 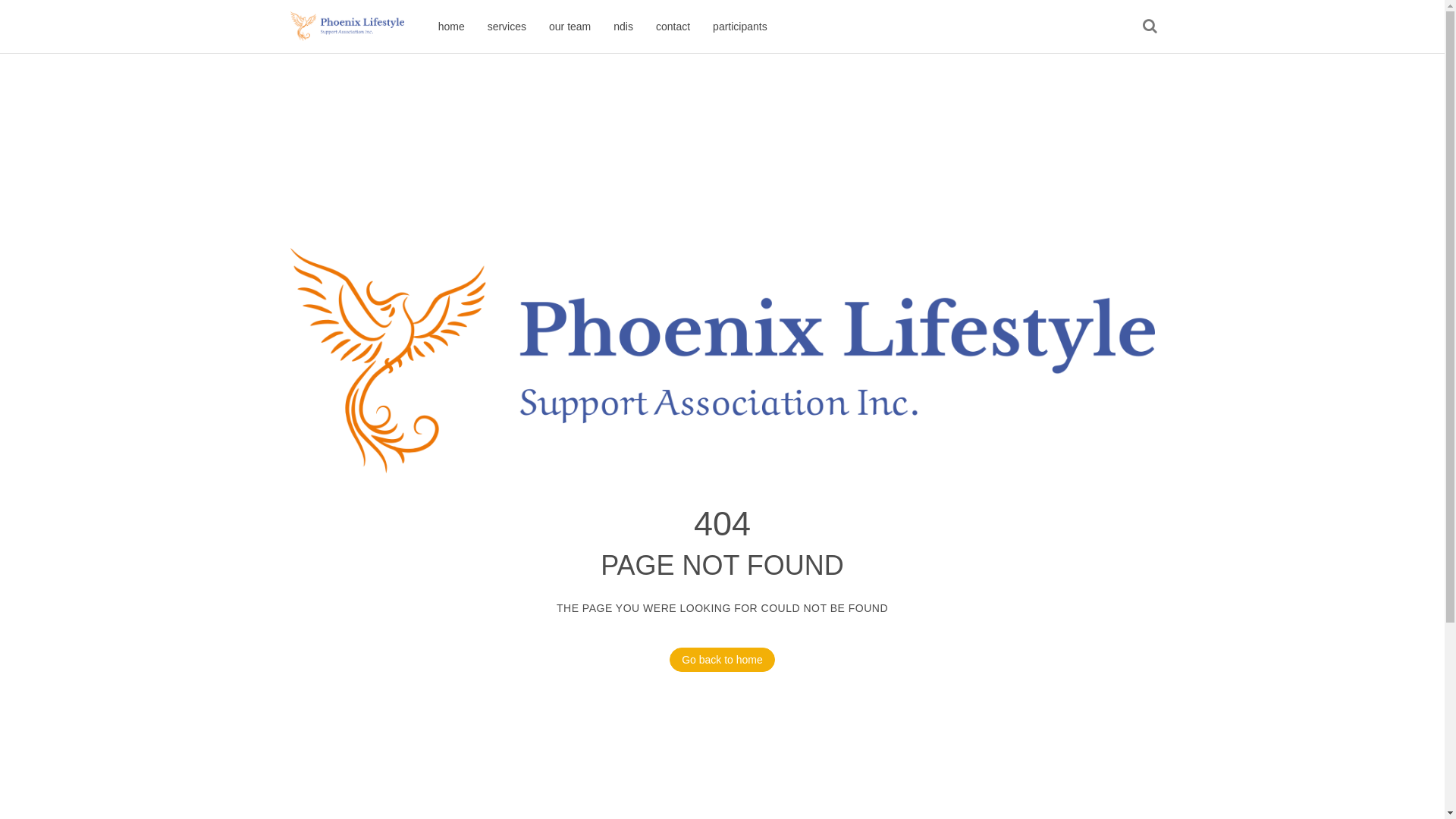 What do you see at coordinates (672, 26) in the screenshot?
I see `'contact'` at bounding box center [672, 26].